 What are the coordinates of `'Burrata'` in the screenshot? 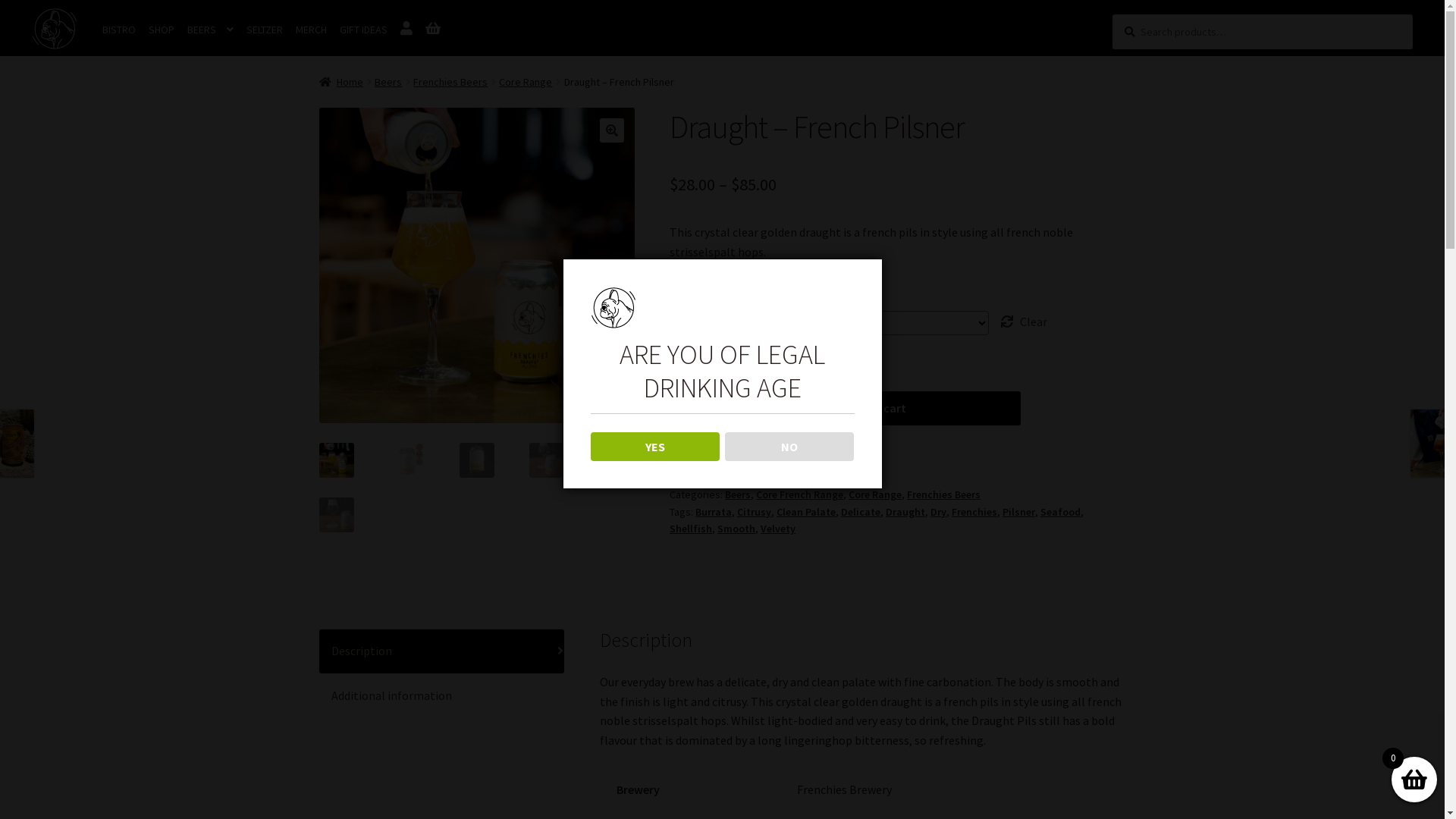 It's located at (694, 512).